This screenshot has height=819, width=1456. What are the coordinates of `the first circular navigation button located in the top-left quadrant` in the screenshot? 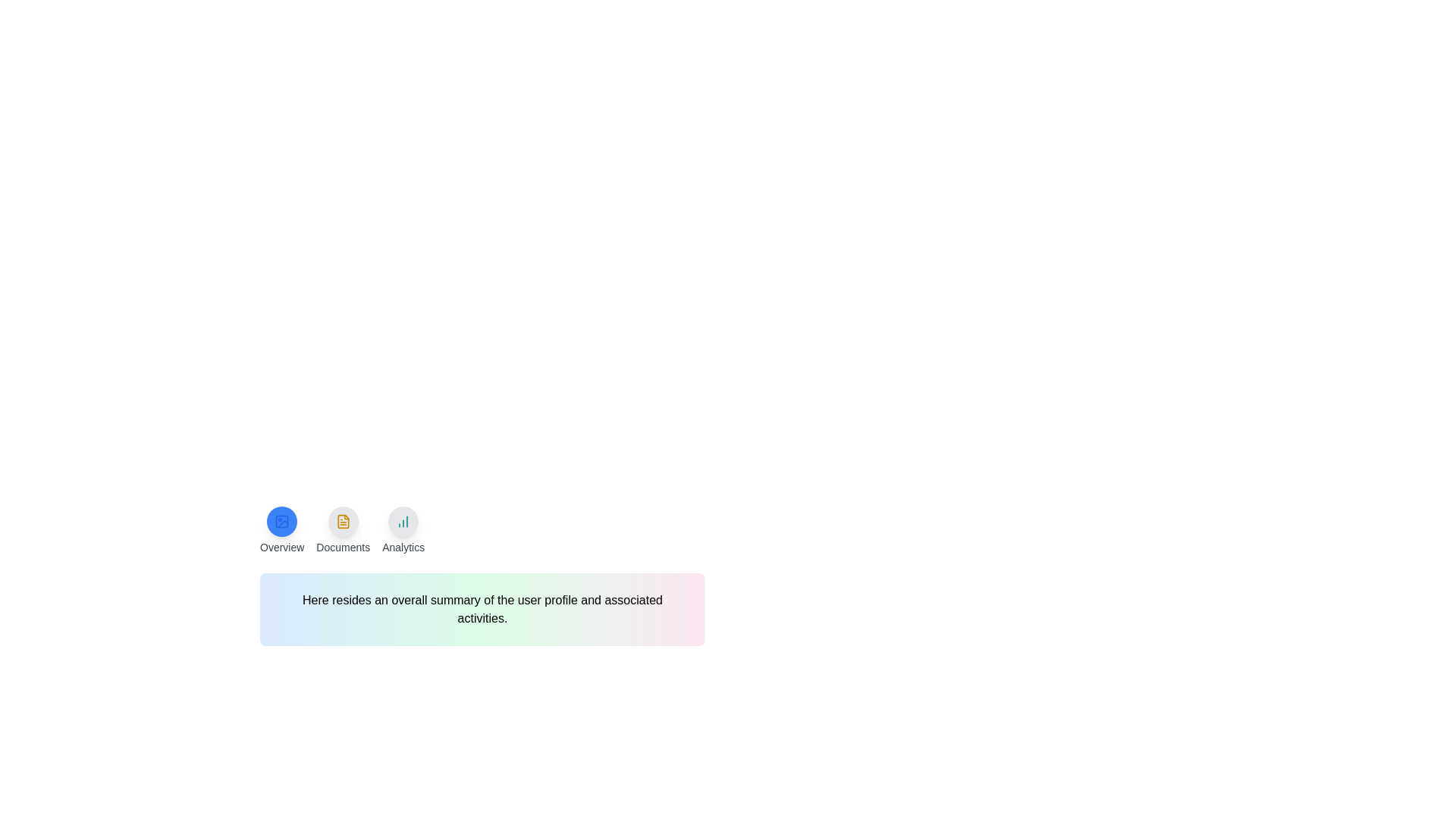 It's located at (282, 520).